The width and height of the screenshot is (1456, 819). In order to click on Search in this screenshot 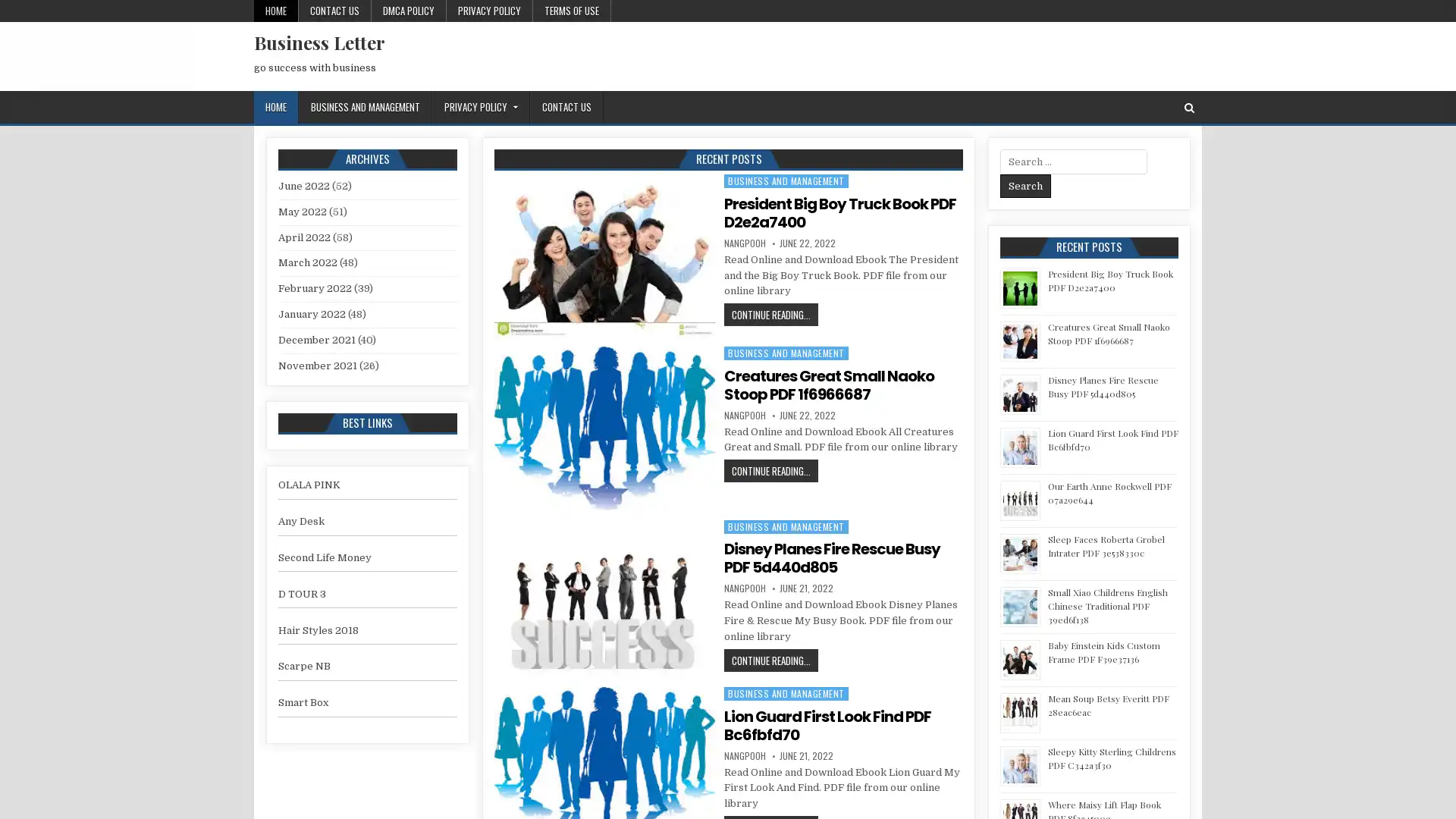, I will do `click(1025, 185)`.